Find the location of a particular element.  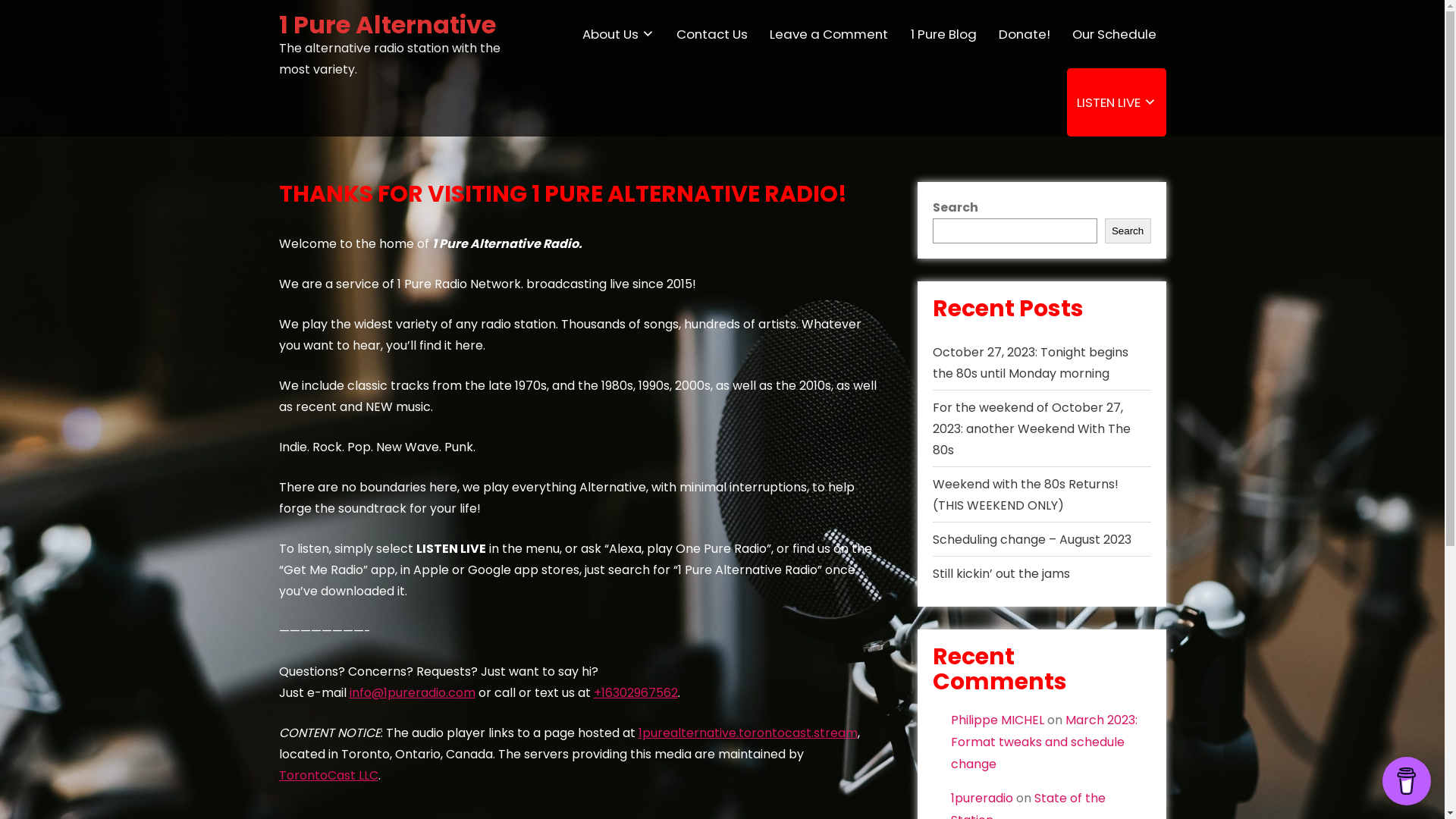

'1 Pure Alternative' is located at coordinates (279, 24).